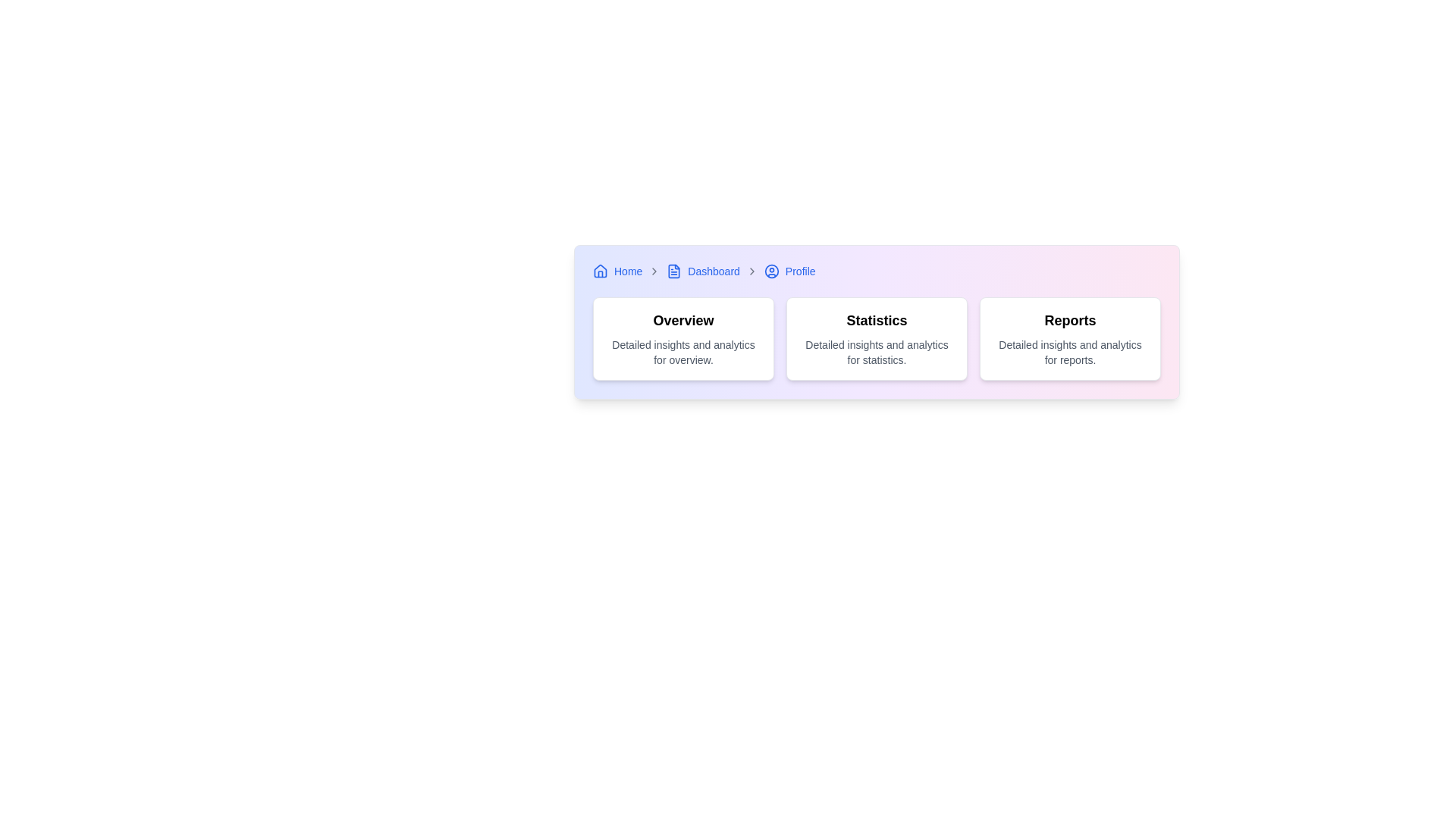  What do you see at coordinates (771, 271) in the screenshot?
I see `the 'Profile' icon in the breadcrumb navigation` at bounding box center [771, 271].